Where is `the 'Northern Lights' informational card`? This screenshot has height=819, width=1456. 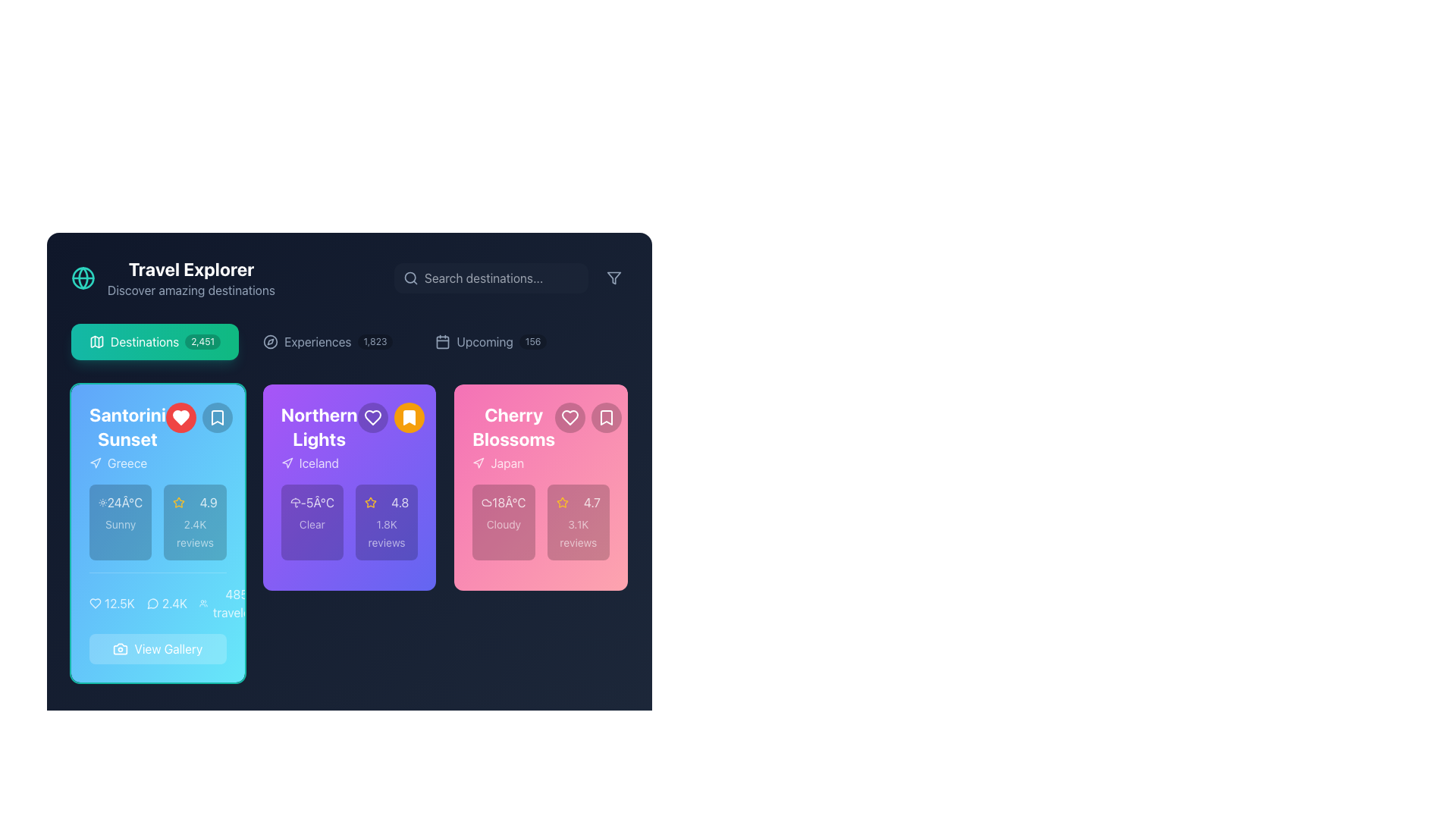 the 'Northern Lights' informational card is located at coordinates (348, 488).